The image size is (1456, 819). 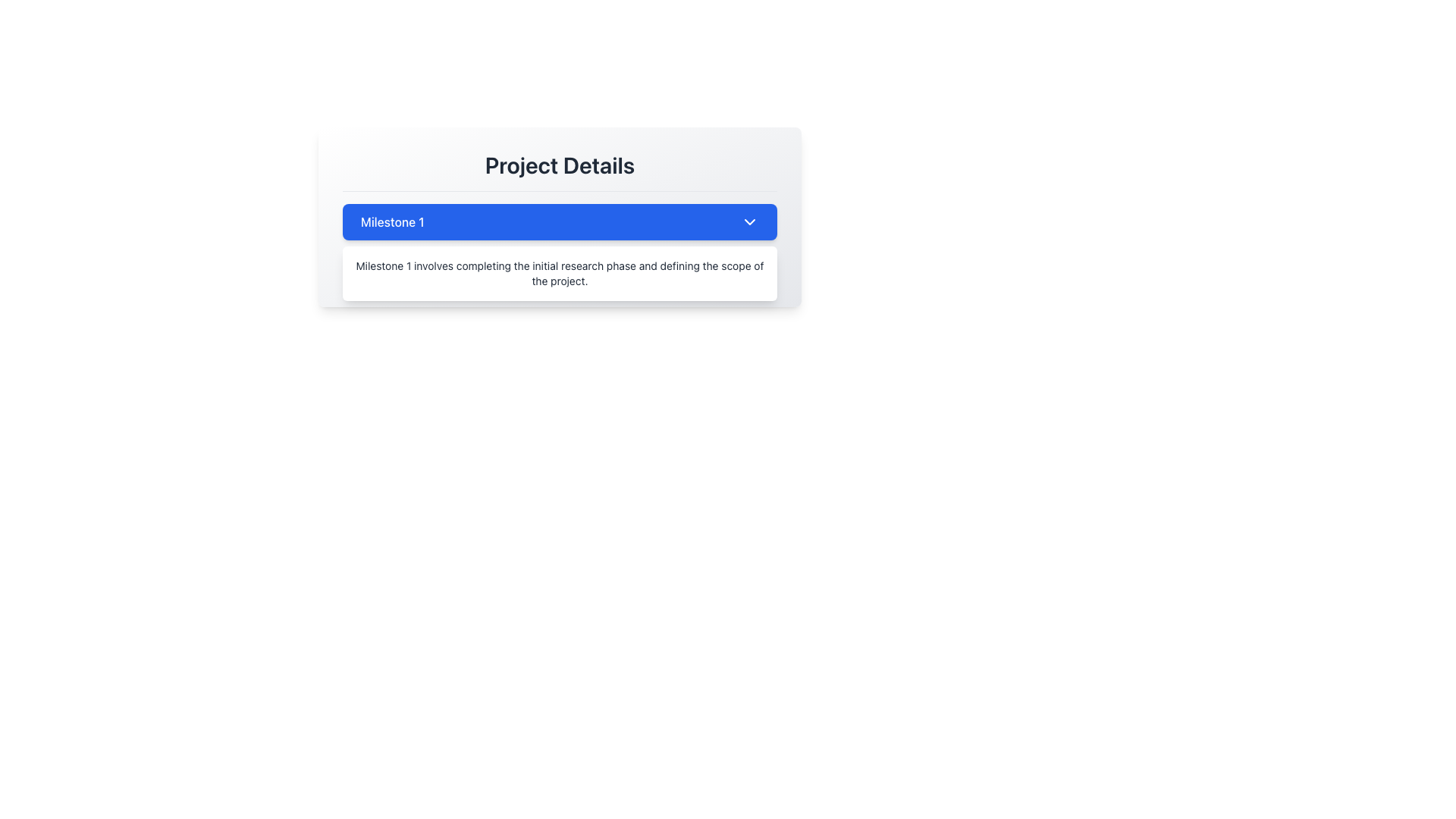 What do you see at coordinates (749, 222) in the screenshot?
I see `the dropdown indicator (chevron icon) located at the far right of the 'Milestone 1' blue bar` at bounding box center [749, 222].